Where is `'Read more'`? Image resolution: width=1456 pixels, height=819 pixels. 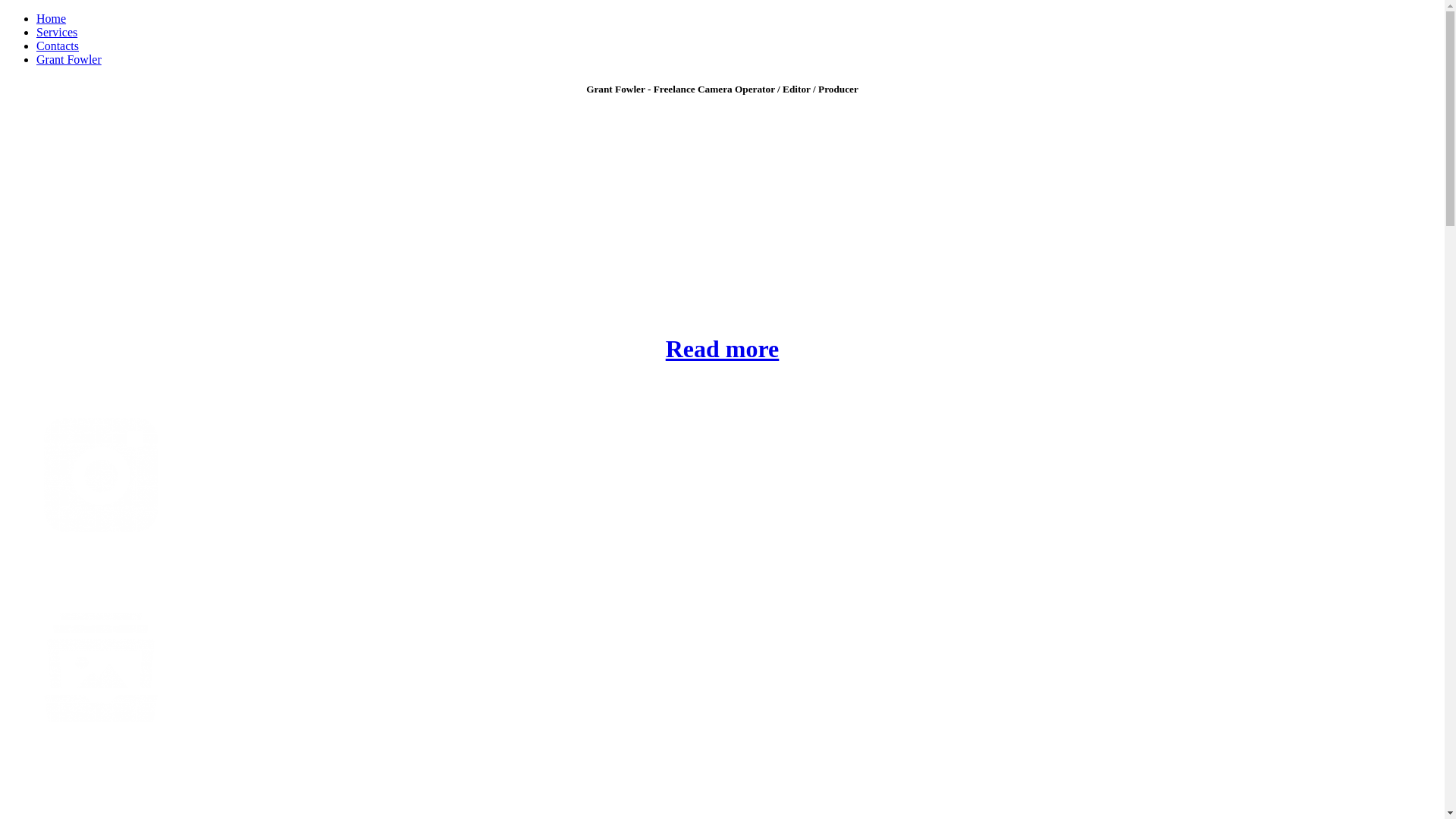
'Read more' is located at coordinates (722, 348).